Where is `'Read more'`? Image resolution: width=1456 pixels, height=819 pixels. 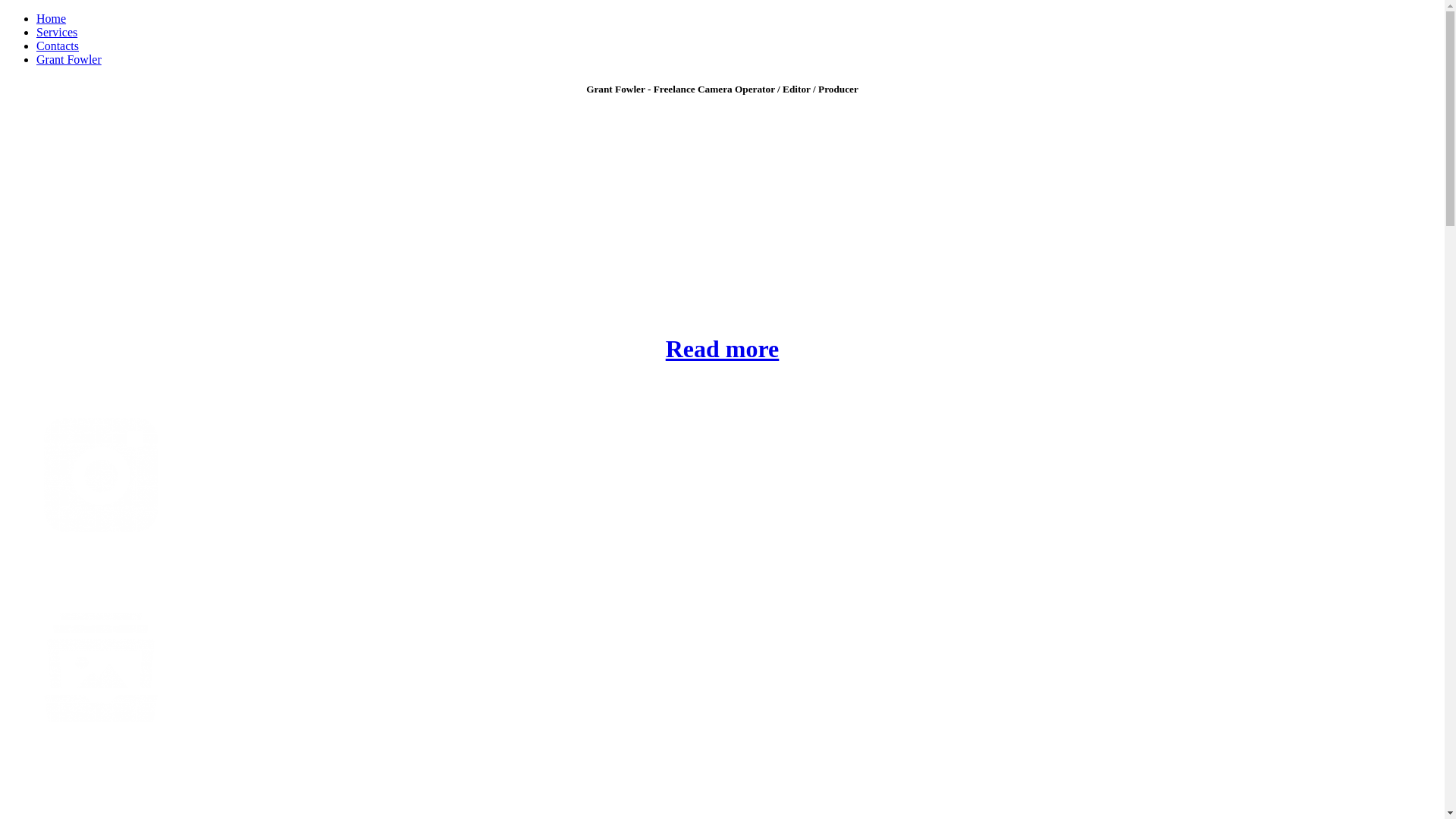
'Read more' is located at coordinates (722, 348).